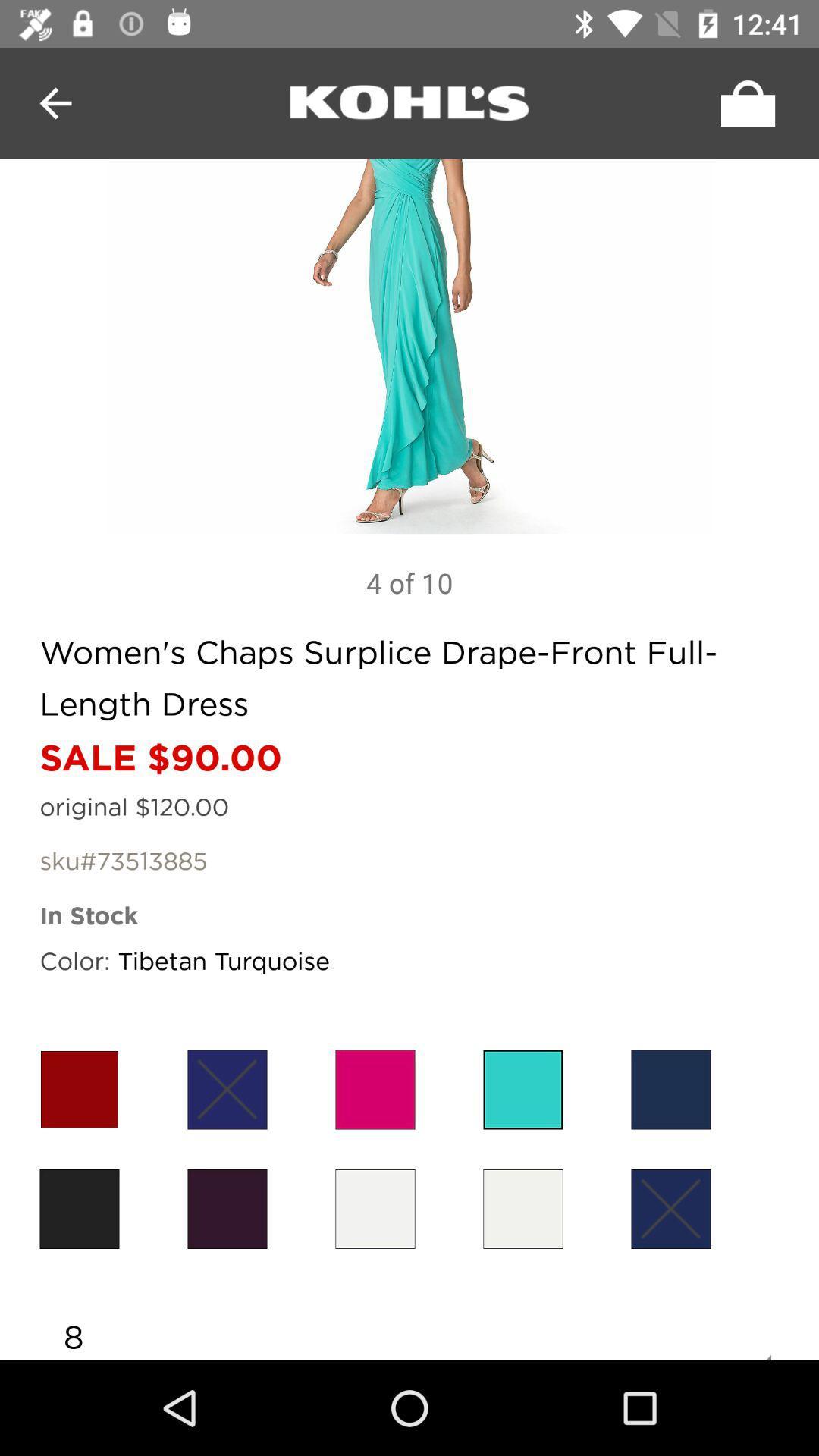 Image resolution: width=819 pixels, height=1456 pixels. What do you see at coordinates (79, 1208) in the screenshot?
I see `color options` at bounding box center [79, 1208].